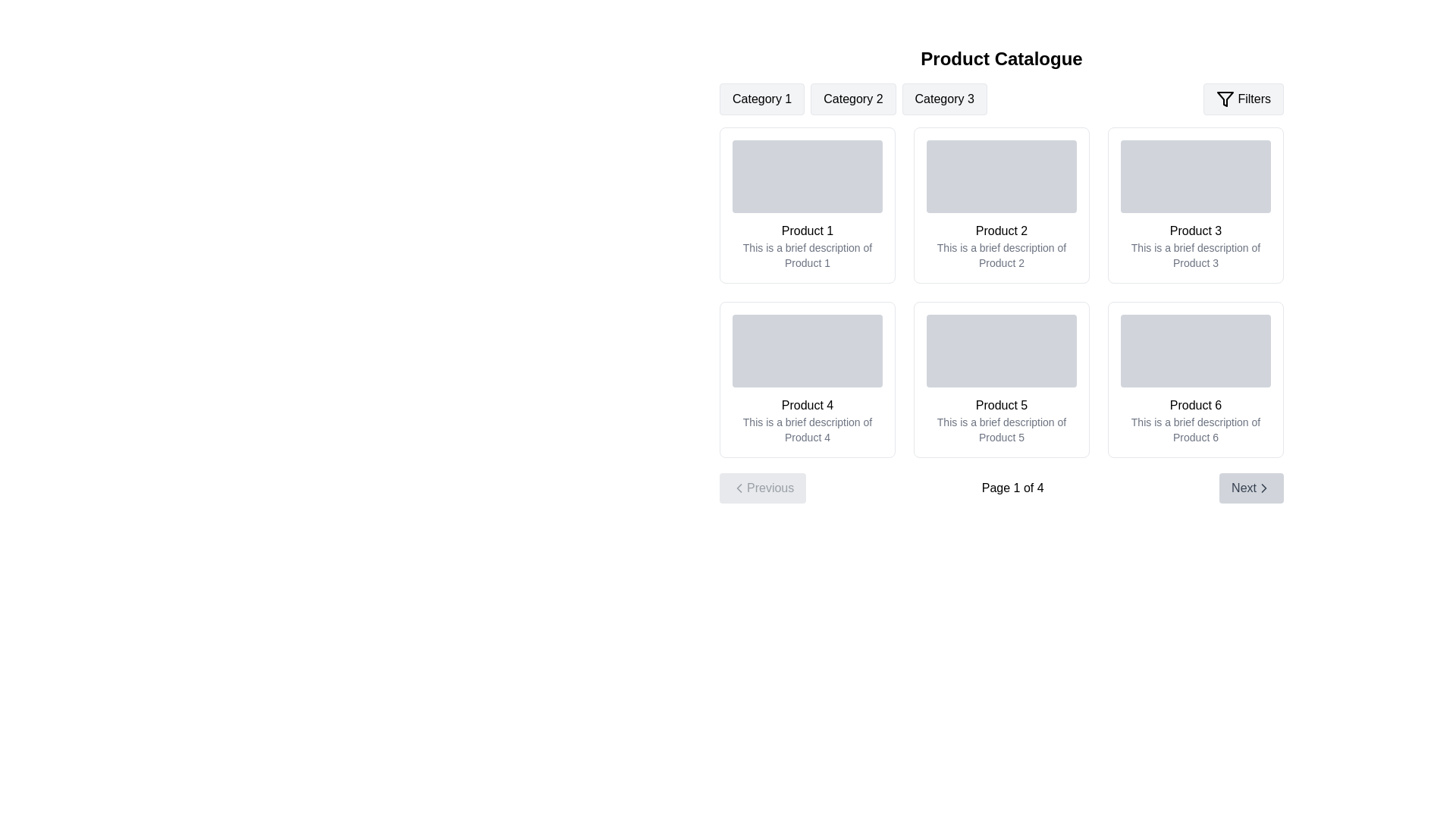 This screenshot has height=819, width=1456. Describe the element at coordinates (1012, 488) in the screenshot. I see `the static text label displaying 'Page 1 of 4' within the pagination control, which is located between the 'Previous' and 'Next' buttons` at that location.